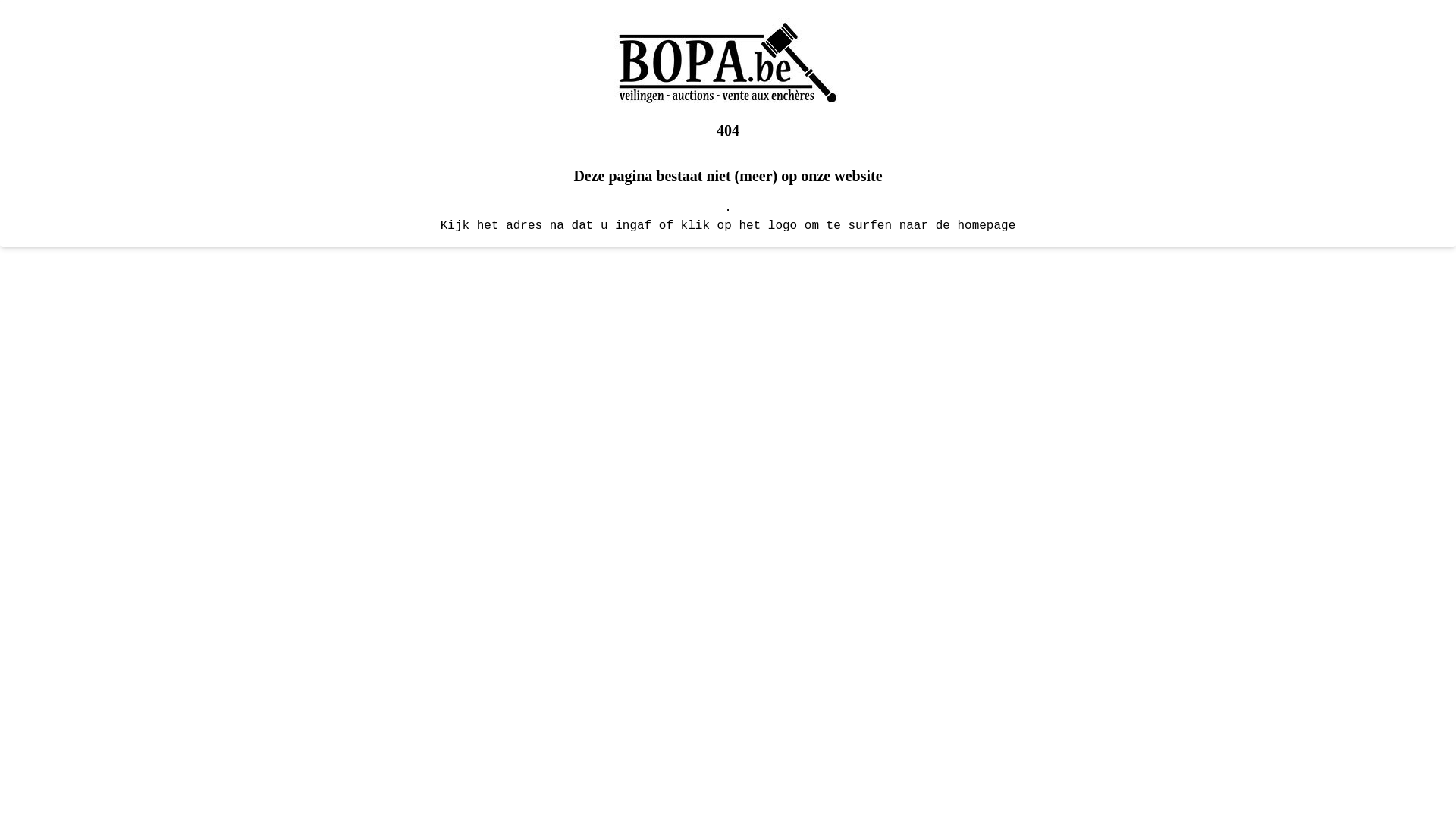 This screenshot has height=819, width=1456. I want to click on 'homepage', so click(986, 225).